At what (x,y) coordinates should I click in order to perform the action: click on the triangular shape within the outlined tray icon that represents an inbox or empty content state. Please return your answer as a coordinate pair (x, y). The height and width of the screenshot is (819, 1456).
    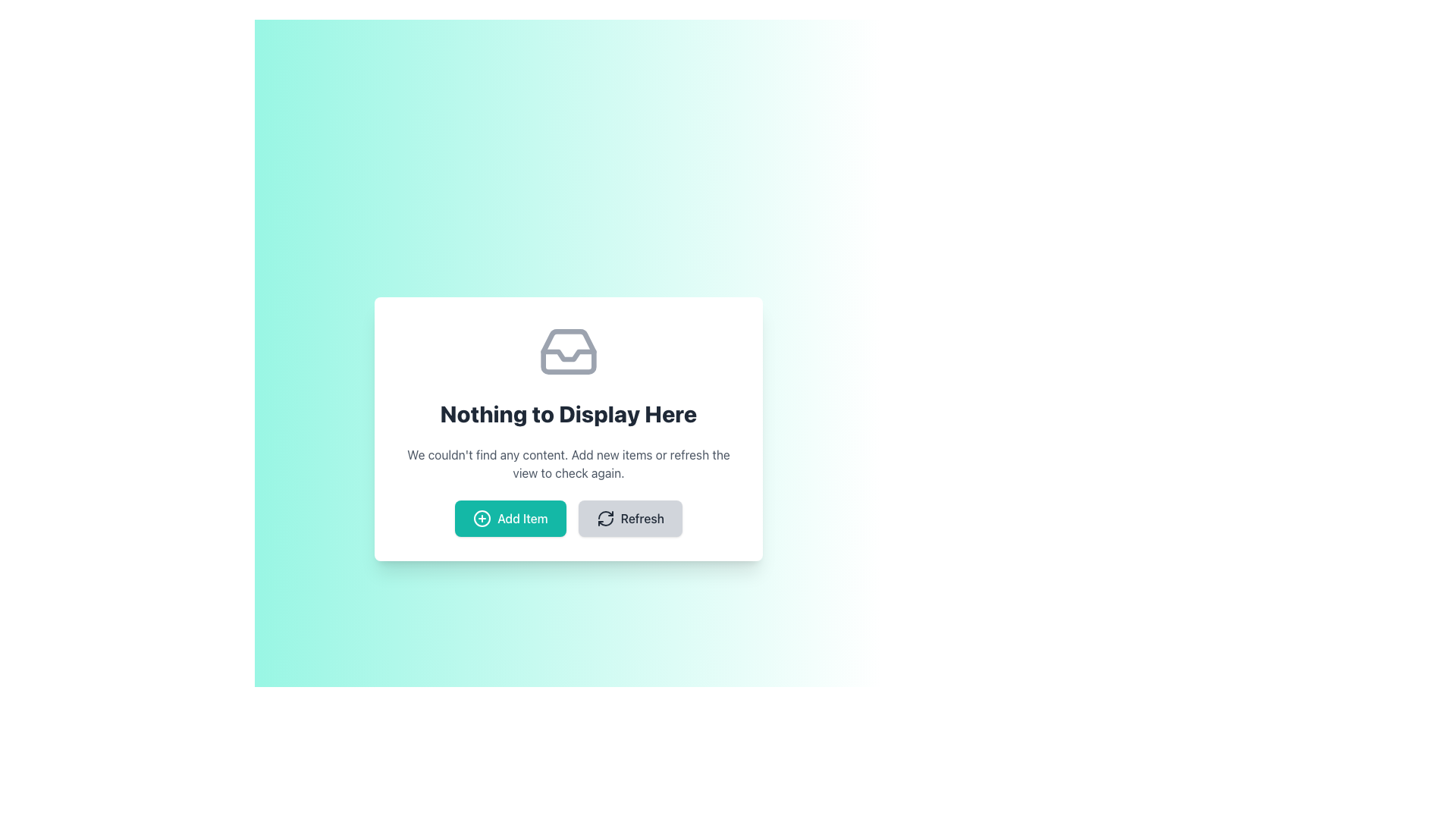
    Looking at the image, I should click on (567, 356).